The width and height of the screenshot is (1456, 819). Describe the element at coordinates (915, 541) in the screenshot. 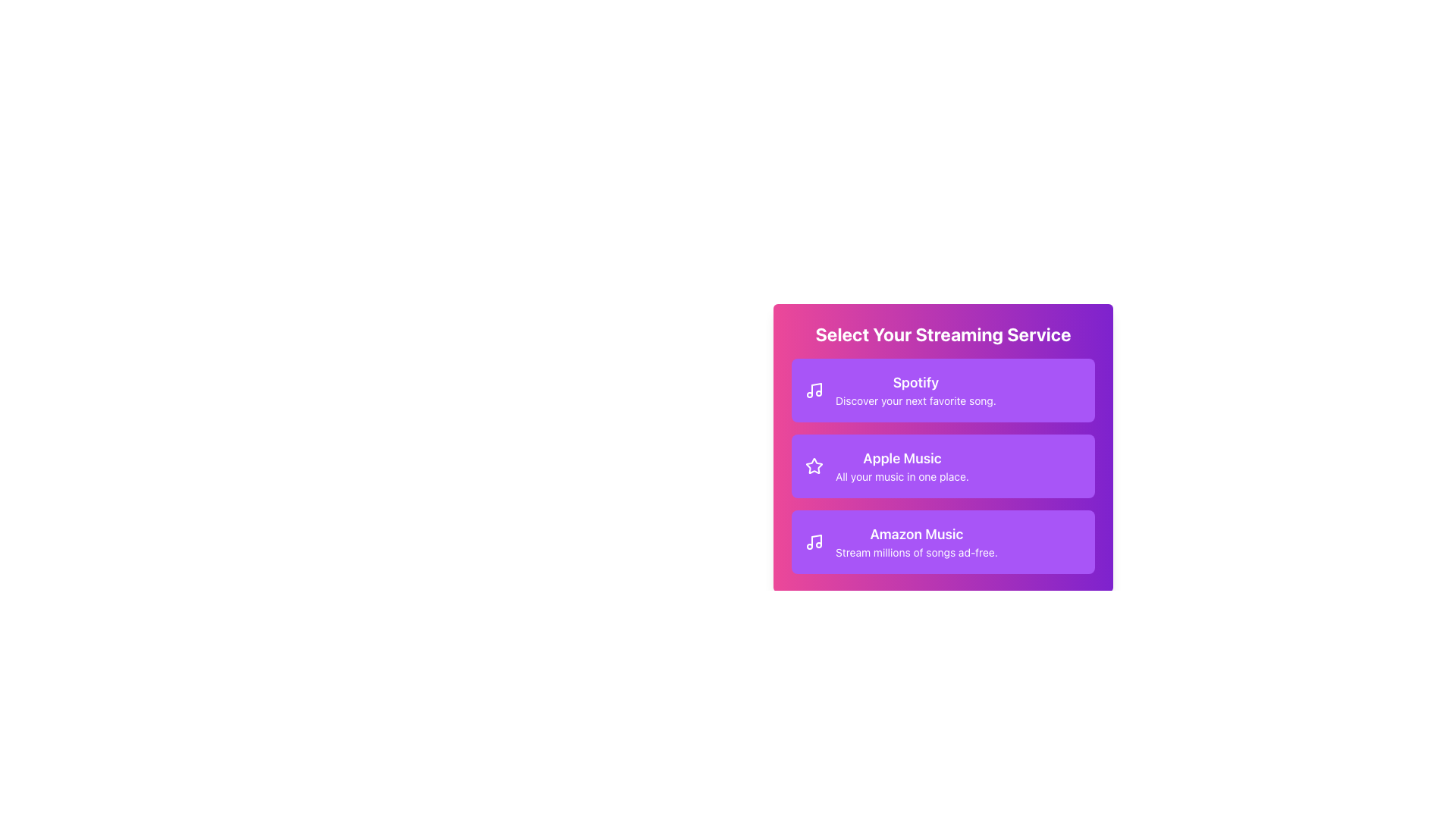

I see `the 'Amazon Music' button located at the bottom of the vertical list of options in the 'Select Your Streaming Service' card` at that location.